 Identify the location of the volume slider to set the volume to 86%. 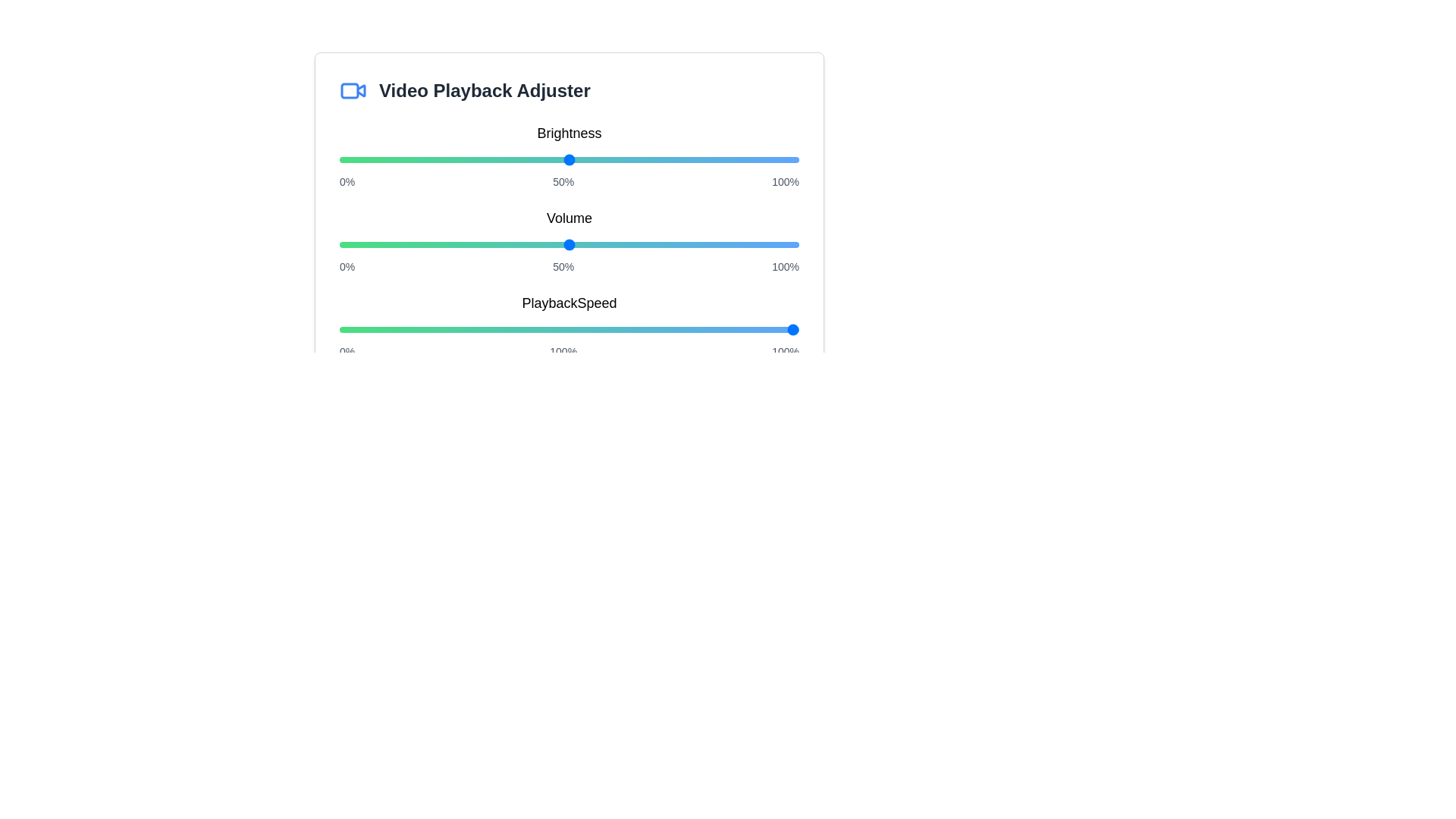
(735, 244).